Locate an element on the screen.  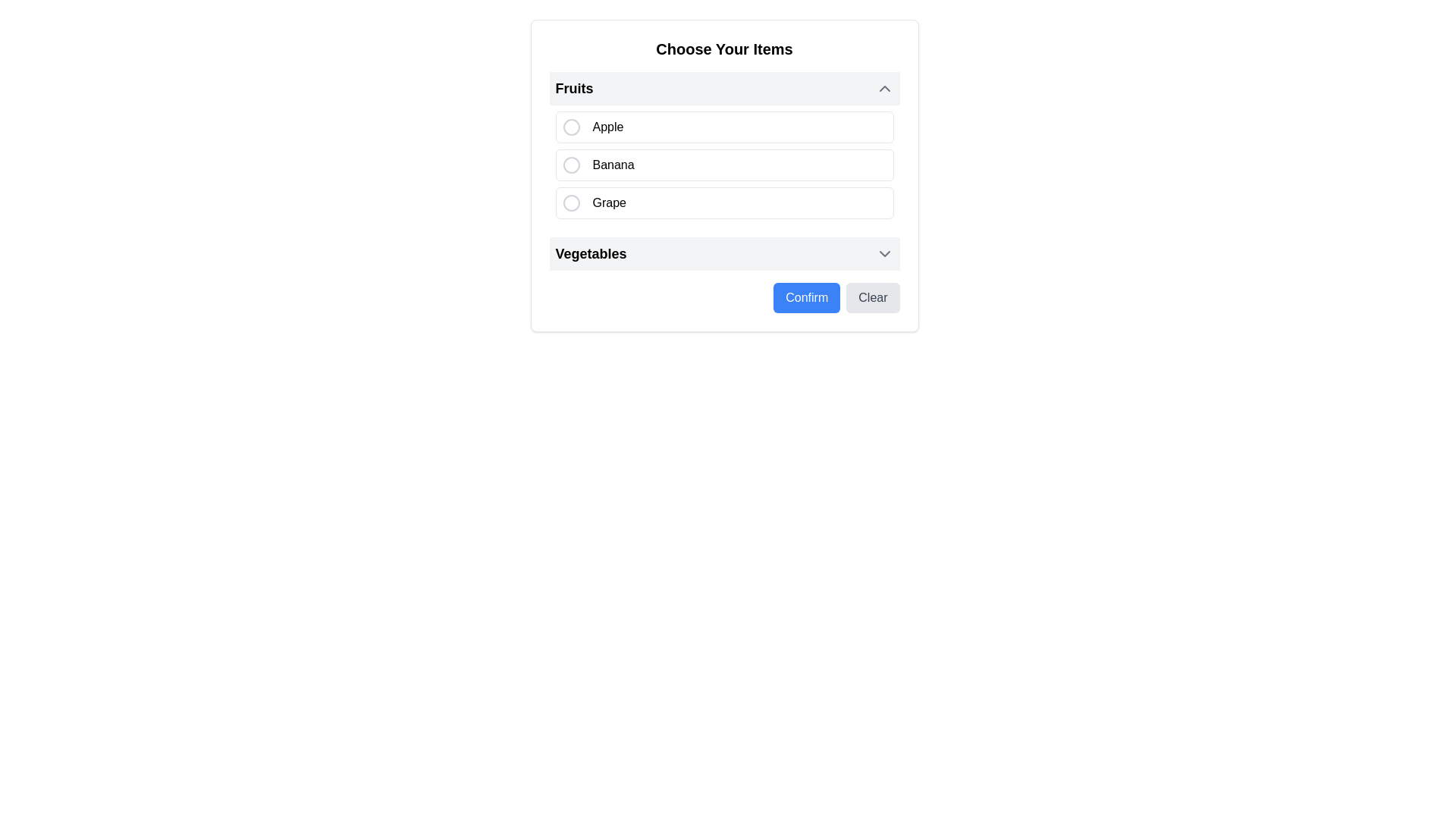
the radio button for the option 'Apple' in the 'Fruits' section of the 'Choose Your Items' card interface is located at coordinates (570, 127).